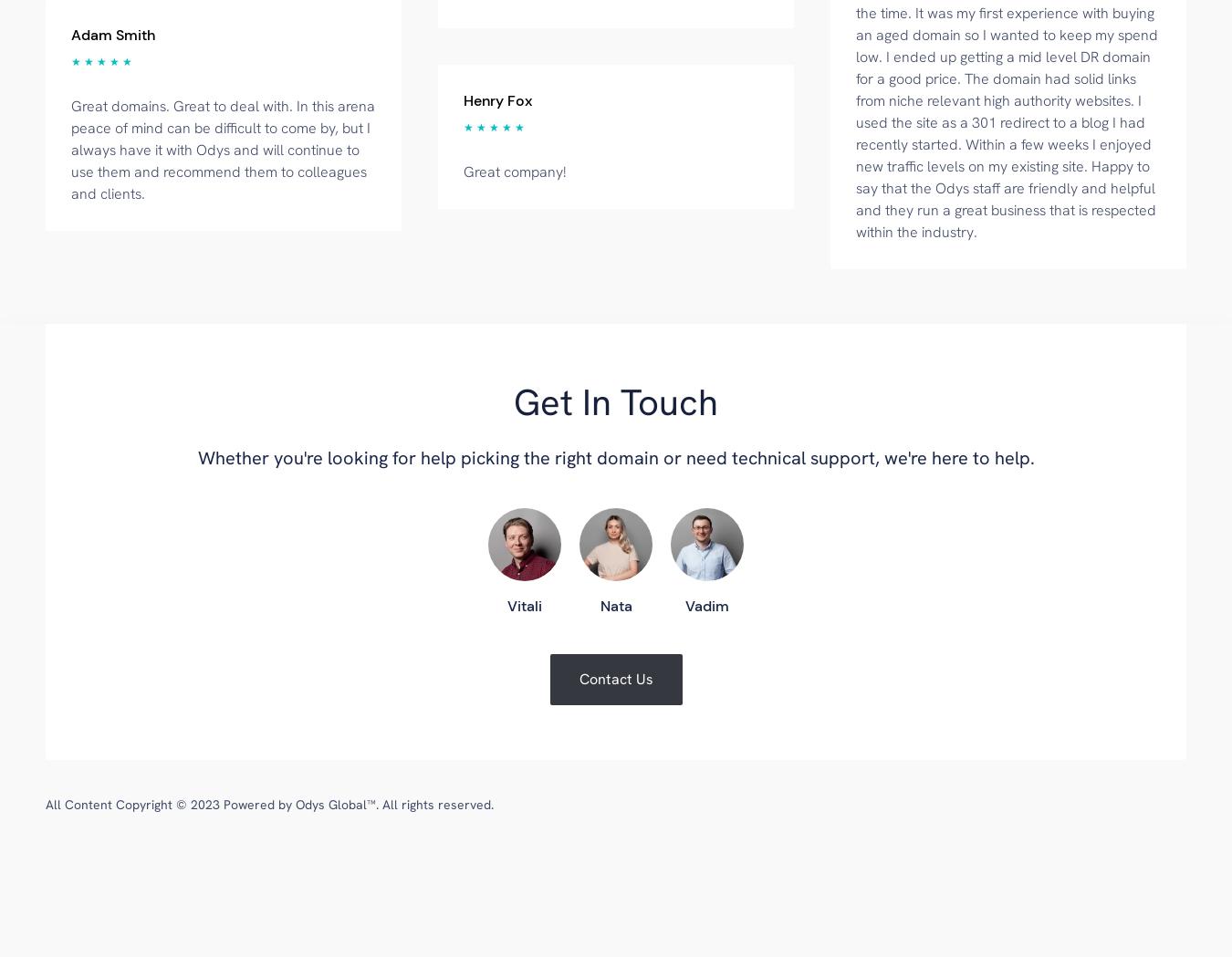 This screenshot has height=957, width=1232. Describe the element at coordinates (496, 99) in the screenshot. I see `'Henry Fox'` at that location.